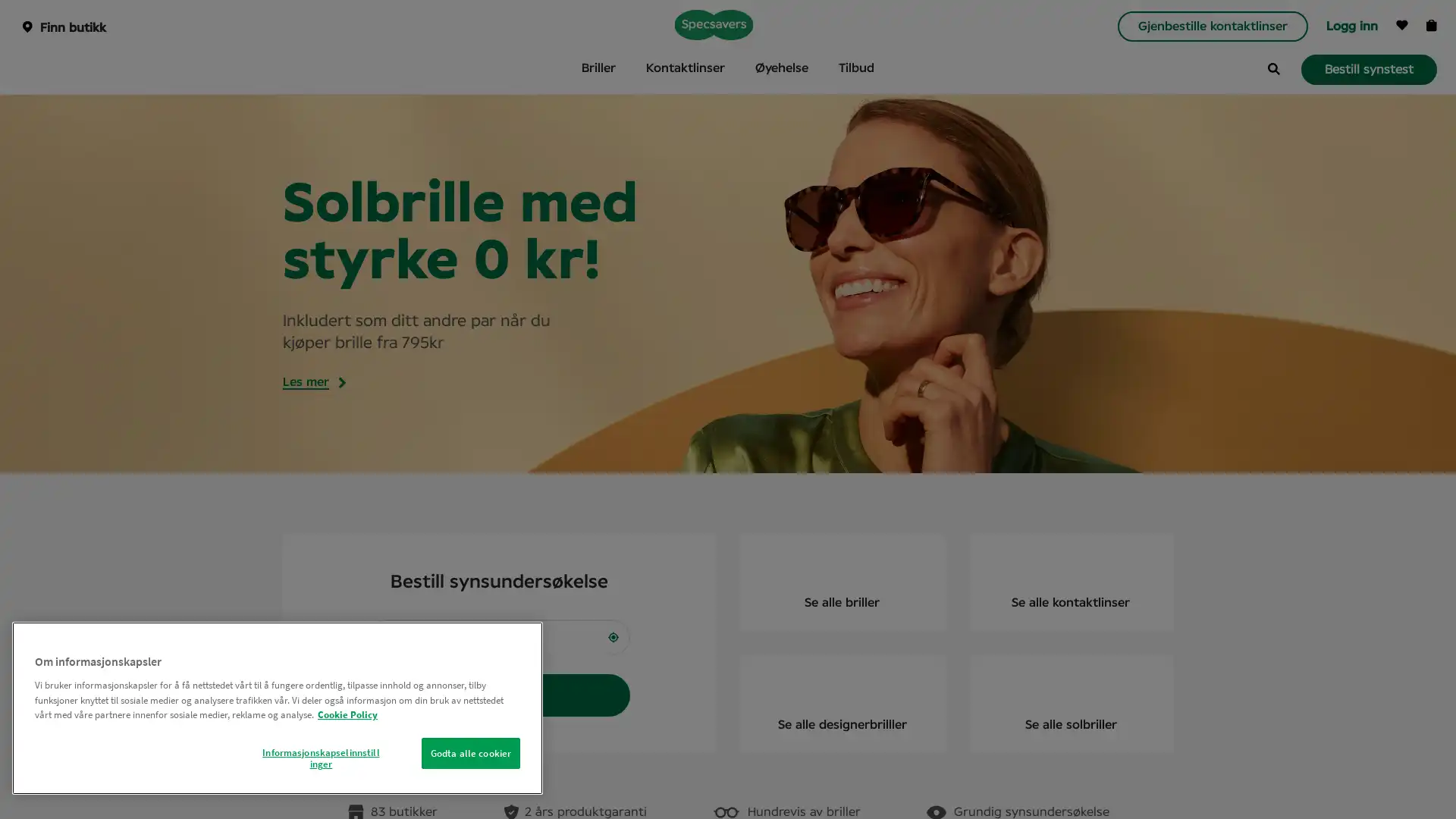 This screenshot has width=1456, height=819. Describe the element at coordinates (319, 758) in the screenshot. I see `Informasjonskapselinnstillinger` at that location.